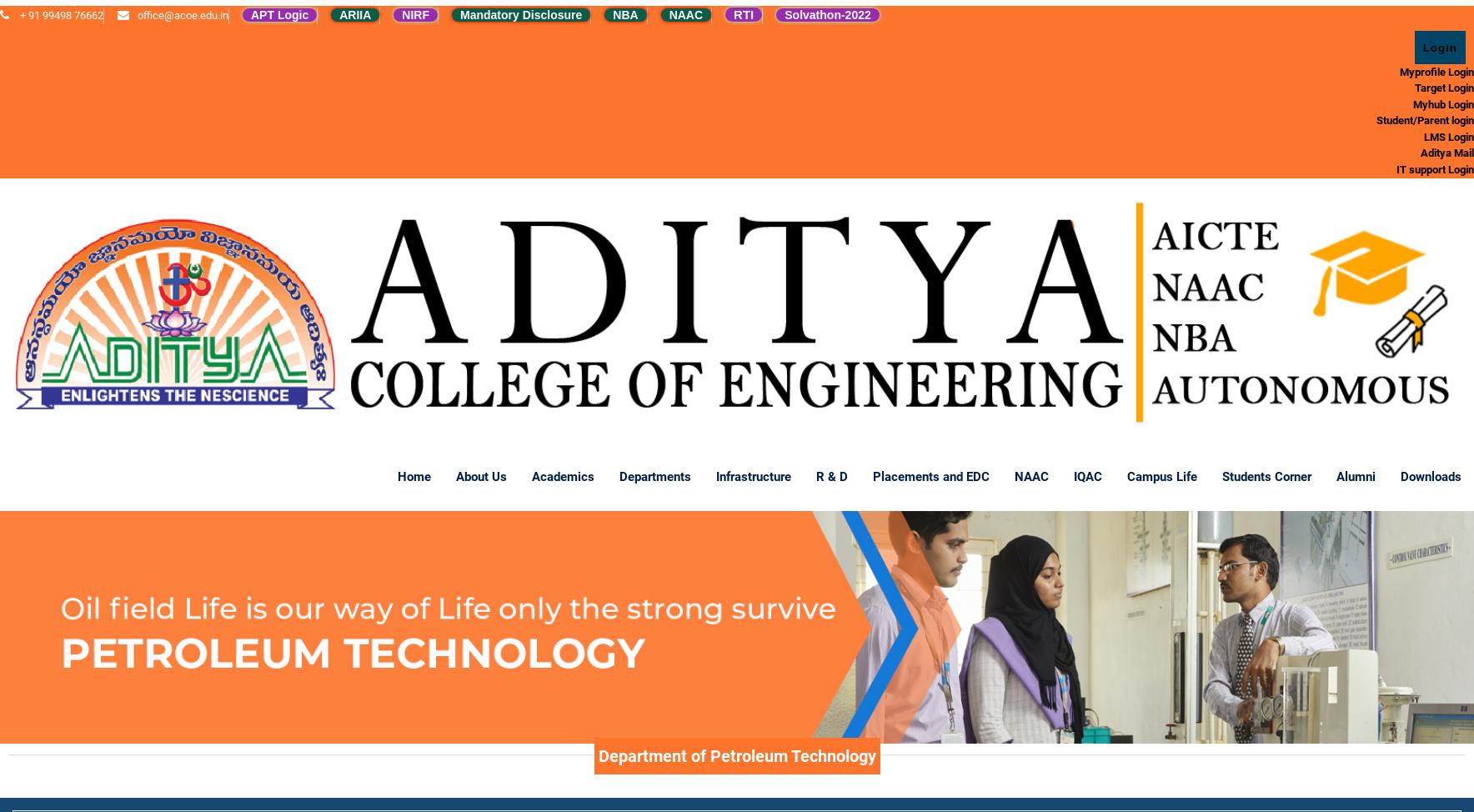 This screenshot has height=812, width=1474. What do you see at coordinates (1448, 136) in the screenshot?
I see `'LMS Login'` at bounding box center [1448, 136].